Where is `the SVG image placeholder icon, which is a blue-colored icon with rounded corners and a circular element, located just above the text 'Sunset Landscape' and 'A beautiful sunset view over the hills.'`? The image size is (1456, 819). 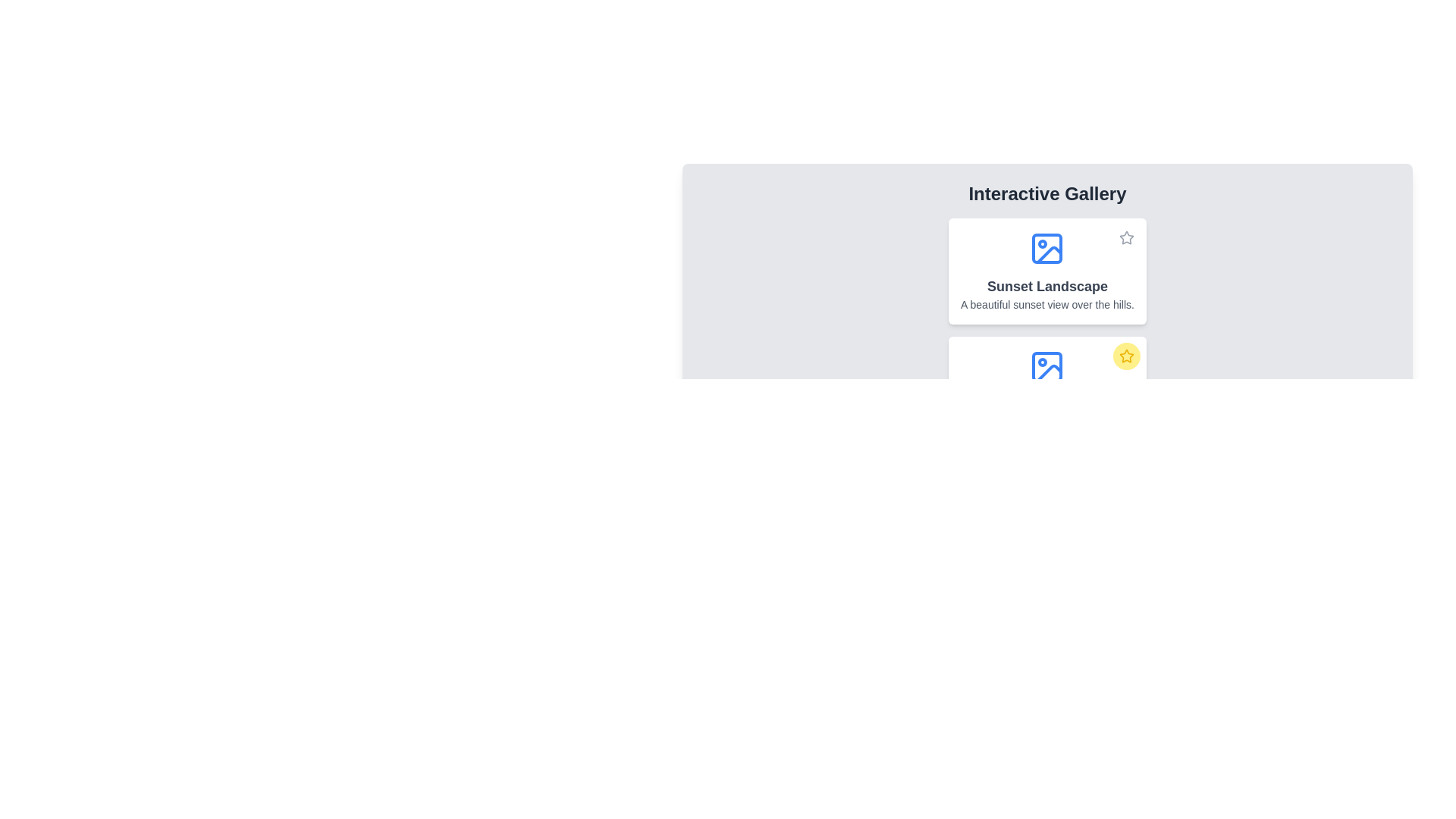 the SVG image placeholder icon, which is a blue-colored icon with rounded corners and a circular element, located just above the text 'Sunset Landscape' and 'A beautiful sunset view over the hills.' is located at coordinates (1046, 247).